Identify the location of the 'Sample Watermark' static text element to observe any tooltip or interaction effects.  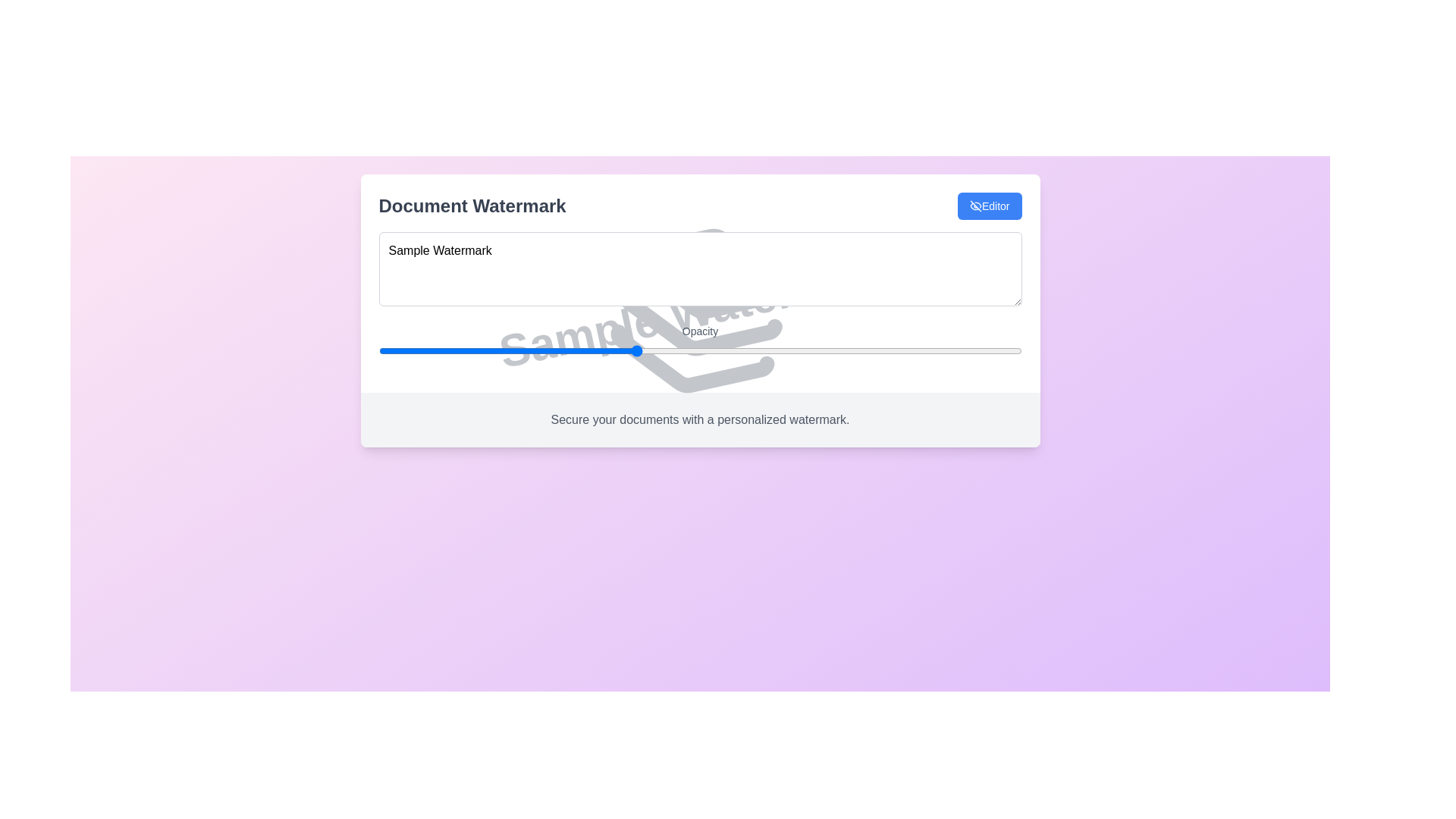
(699, 309).